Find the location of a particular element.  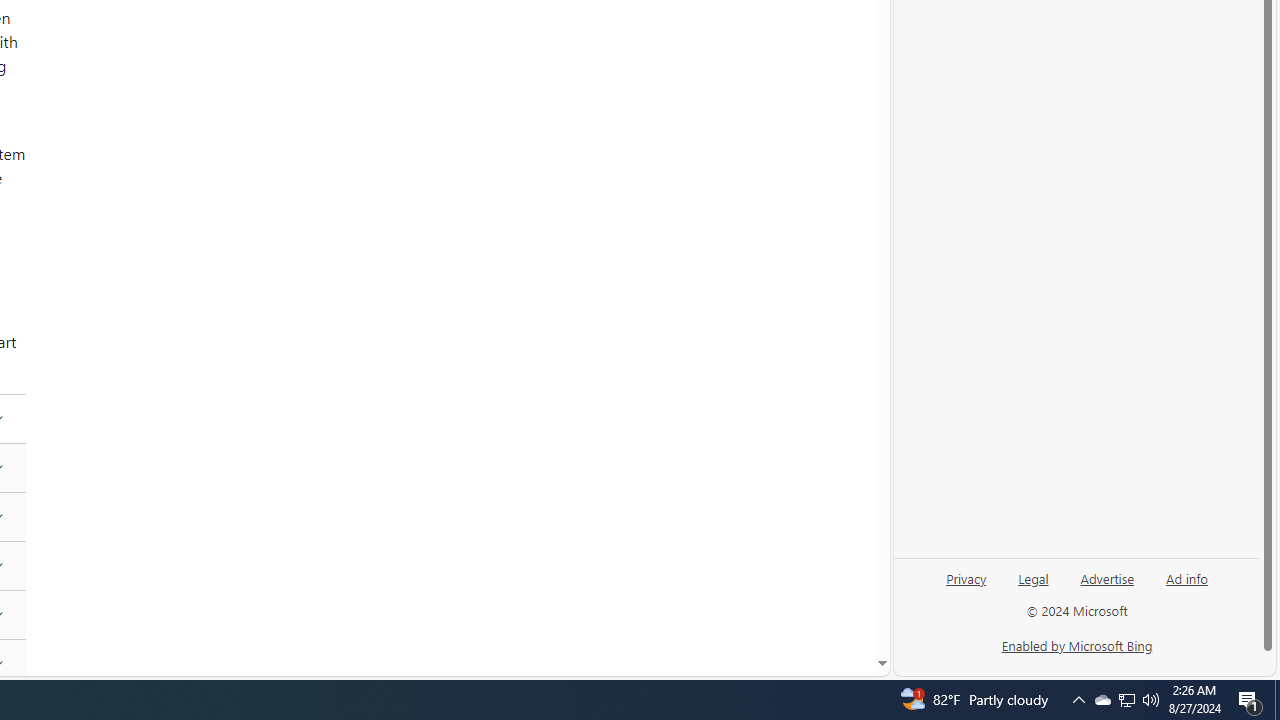

'Ad info' is located at coordinates (1186, 585).